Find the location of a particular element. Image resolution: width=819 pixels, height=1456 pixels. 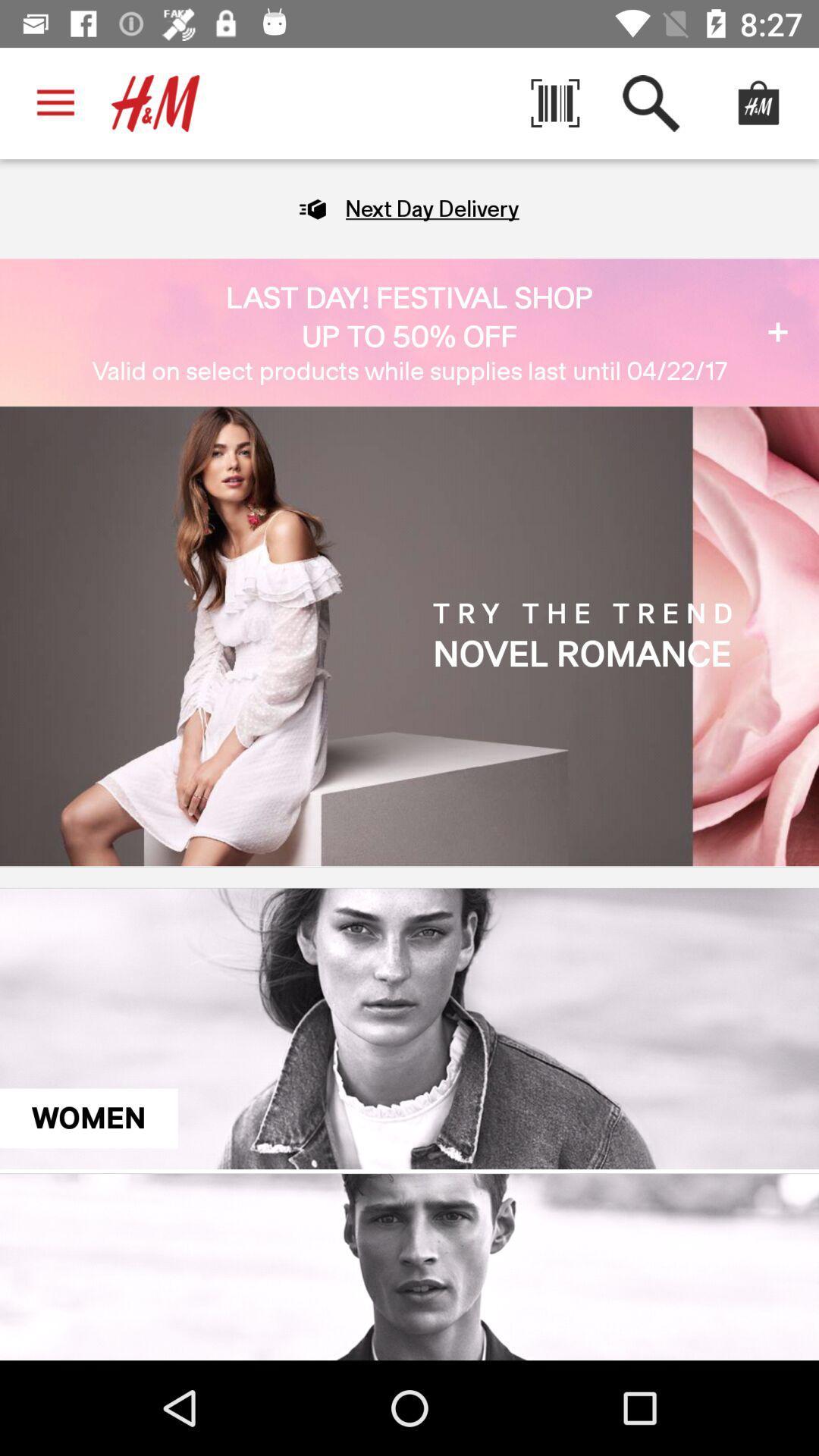

the next day delivery item is located at coordinates (432, 208).